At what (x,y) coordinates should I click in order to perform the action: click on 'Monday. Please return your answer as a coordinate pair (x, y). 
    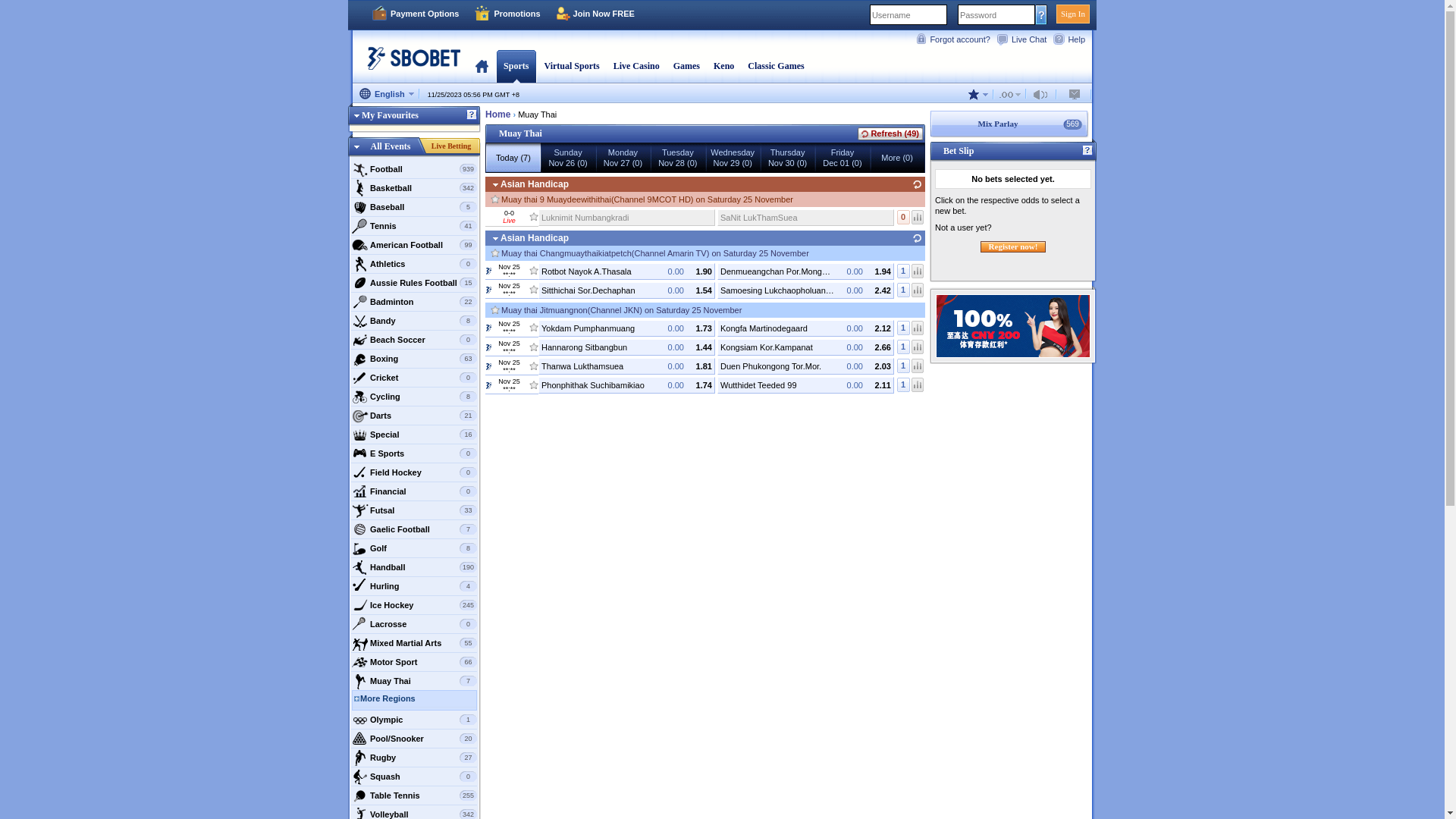
    Looking at the image, I should click on (595, 158).